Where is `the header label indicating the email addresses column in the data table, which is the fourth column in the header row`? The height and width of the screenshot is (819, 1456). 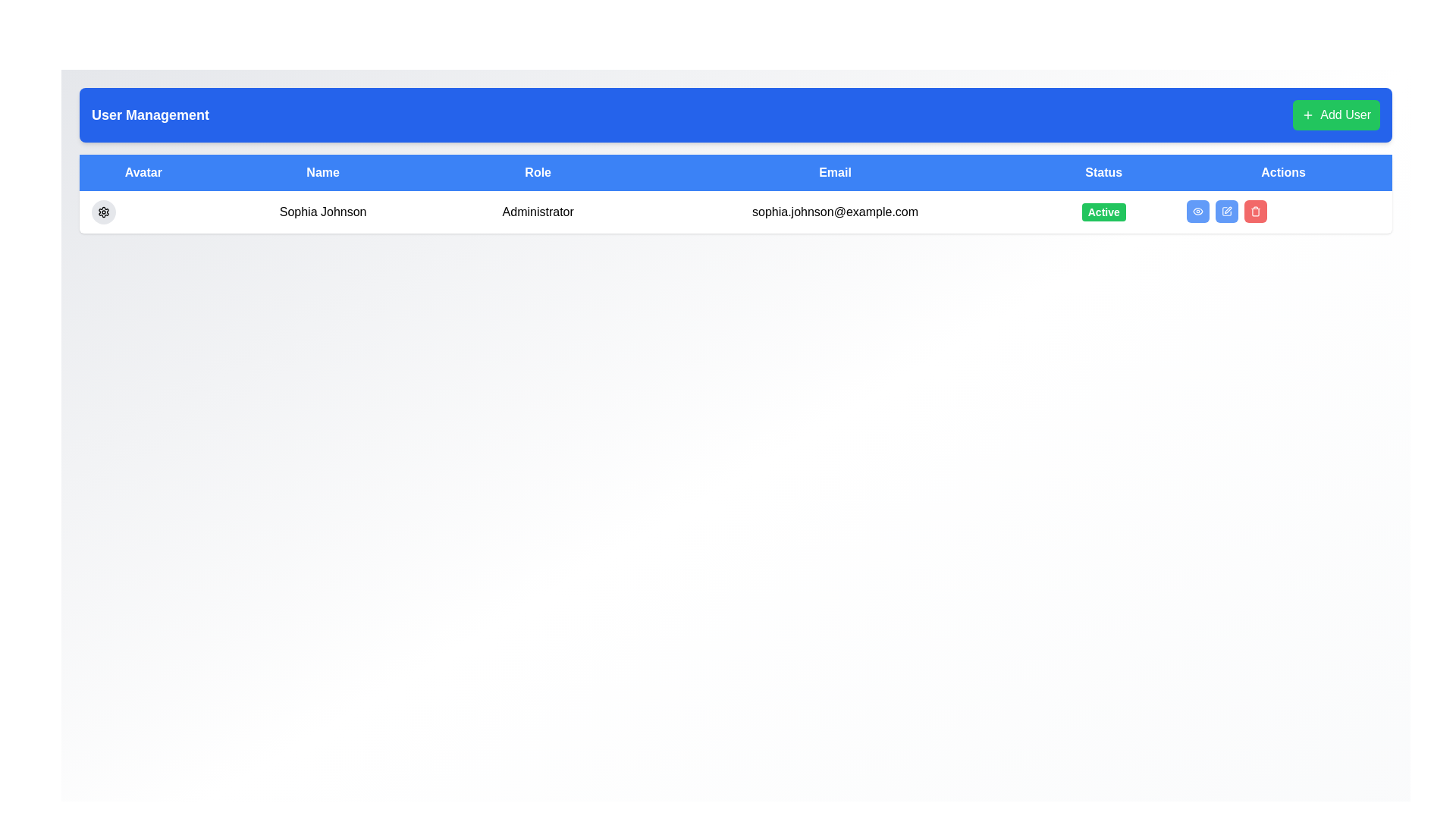 the header label indicating the email addresses column in the data table, which is the fourth column in the header row is located at coordinates (834, 171).